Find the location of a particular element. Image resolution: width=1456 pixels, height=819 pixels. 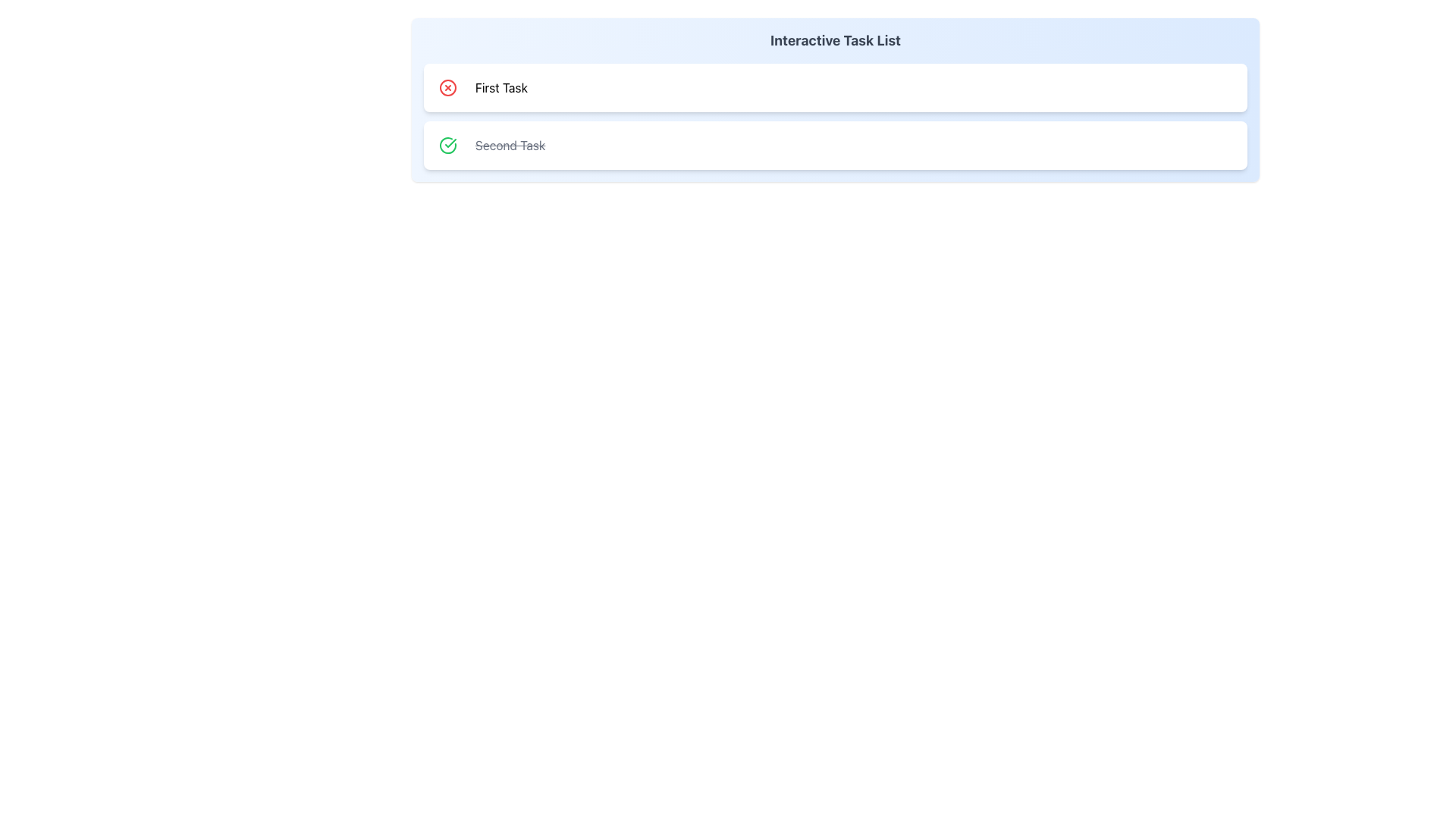

the checkmark icon within a circle located in the second task row before the text 'Second Task' is located at coordinates (450, 143).